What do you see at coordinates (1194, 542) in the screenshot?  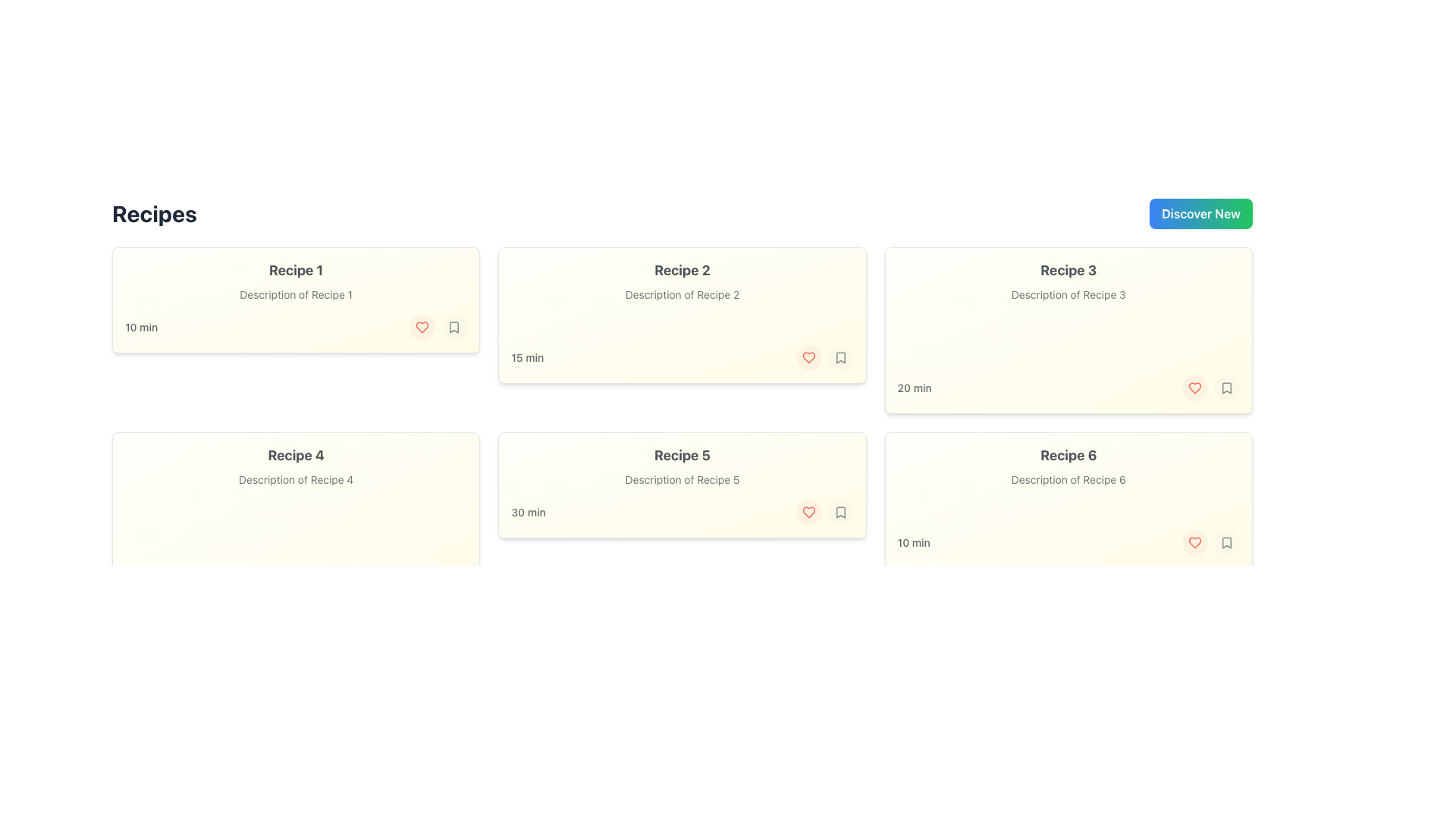 I see `the 'Like' button located at the bottom-right corner of 'Recipe 6', which is the first button in the row of action icons` at bounding box center [1194, 542].